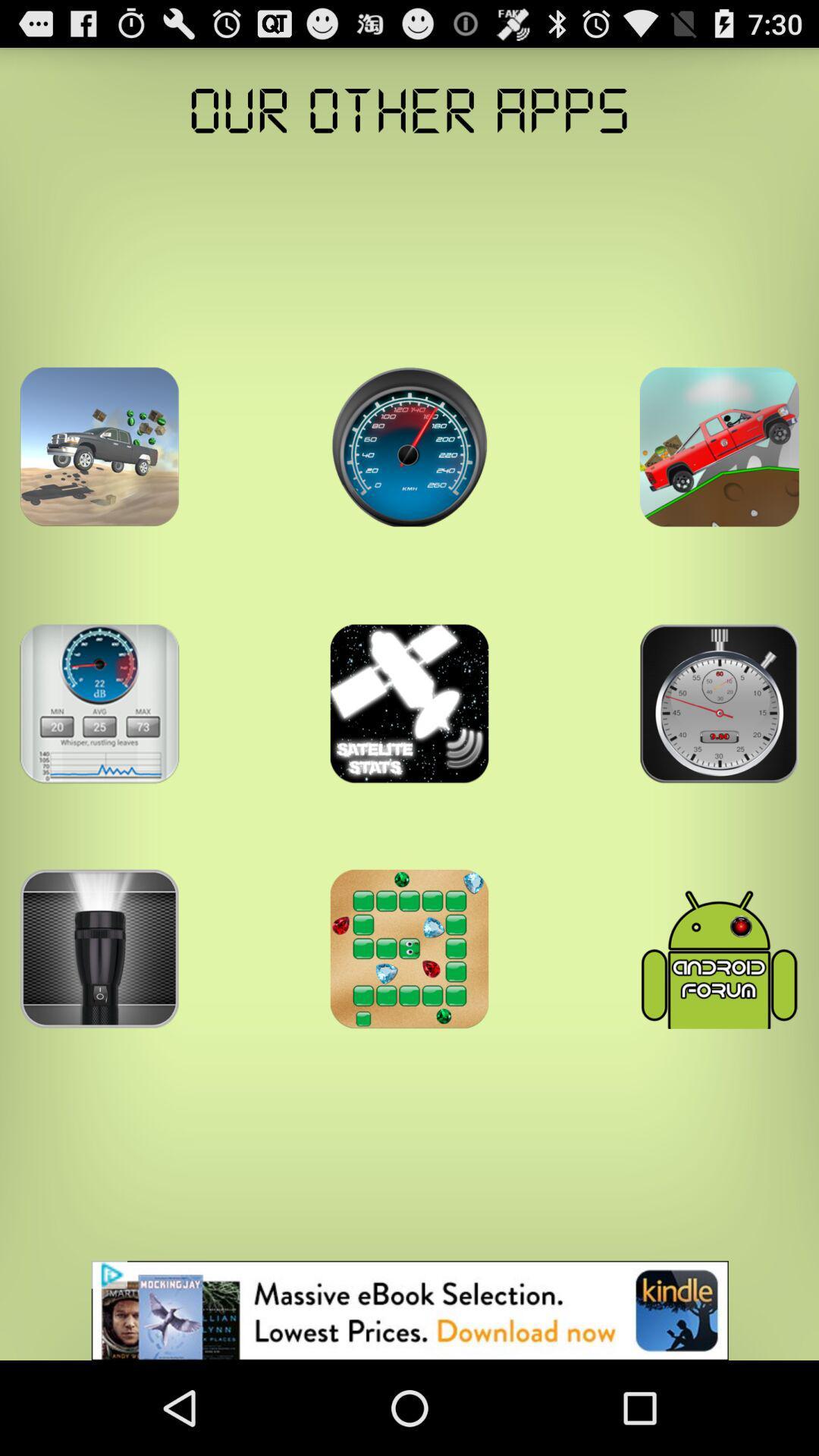 The height and width of the screenshot is (1456, 819). I want to click on open an app, so click(409, 446).